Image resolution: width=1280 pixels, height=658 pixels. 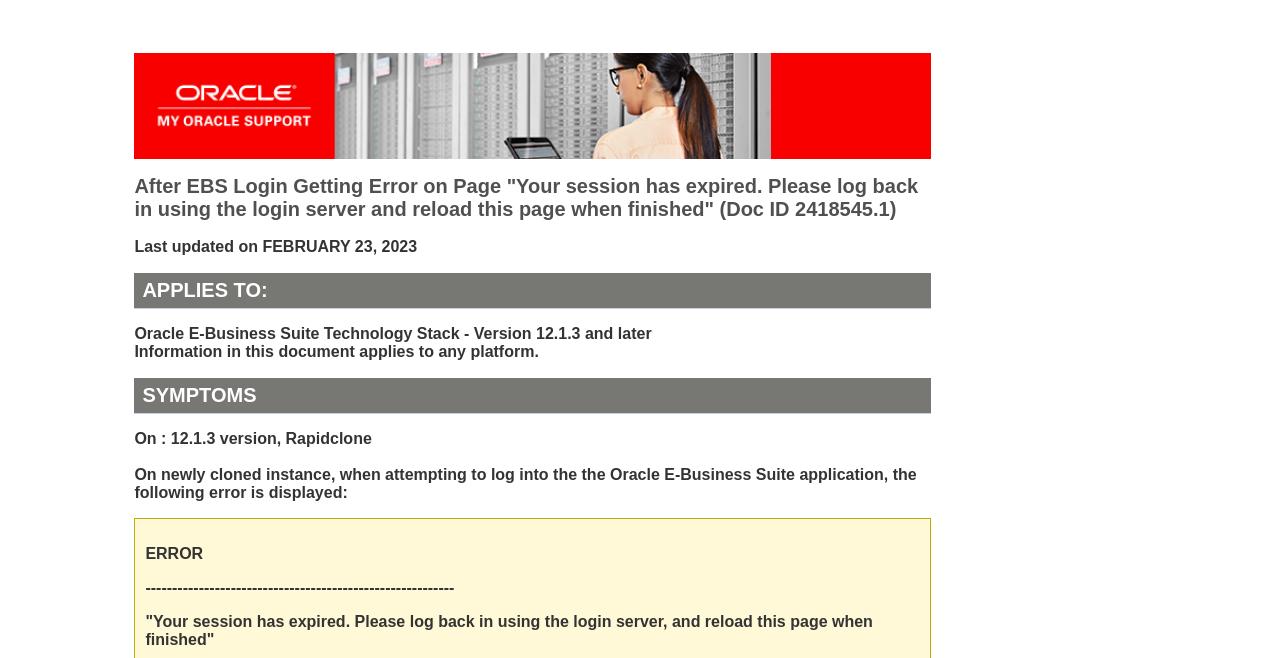 What do you see at coordinates (525, 483) in the screenshot?
I see `'On newly cloned instance, when attempting to log into the the Oracle E-Business Suite application, the following error is displayed:'` at bounding box center [525, 483].